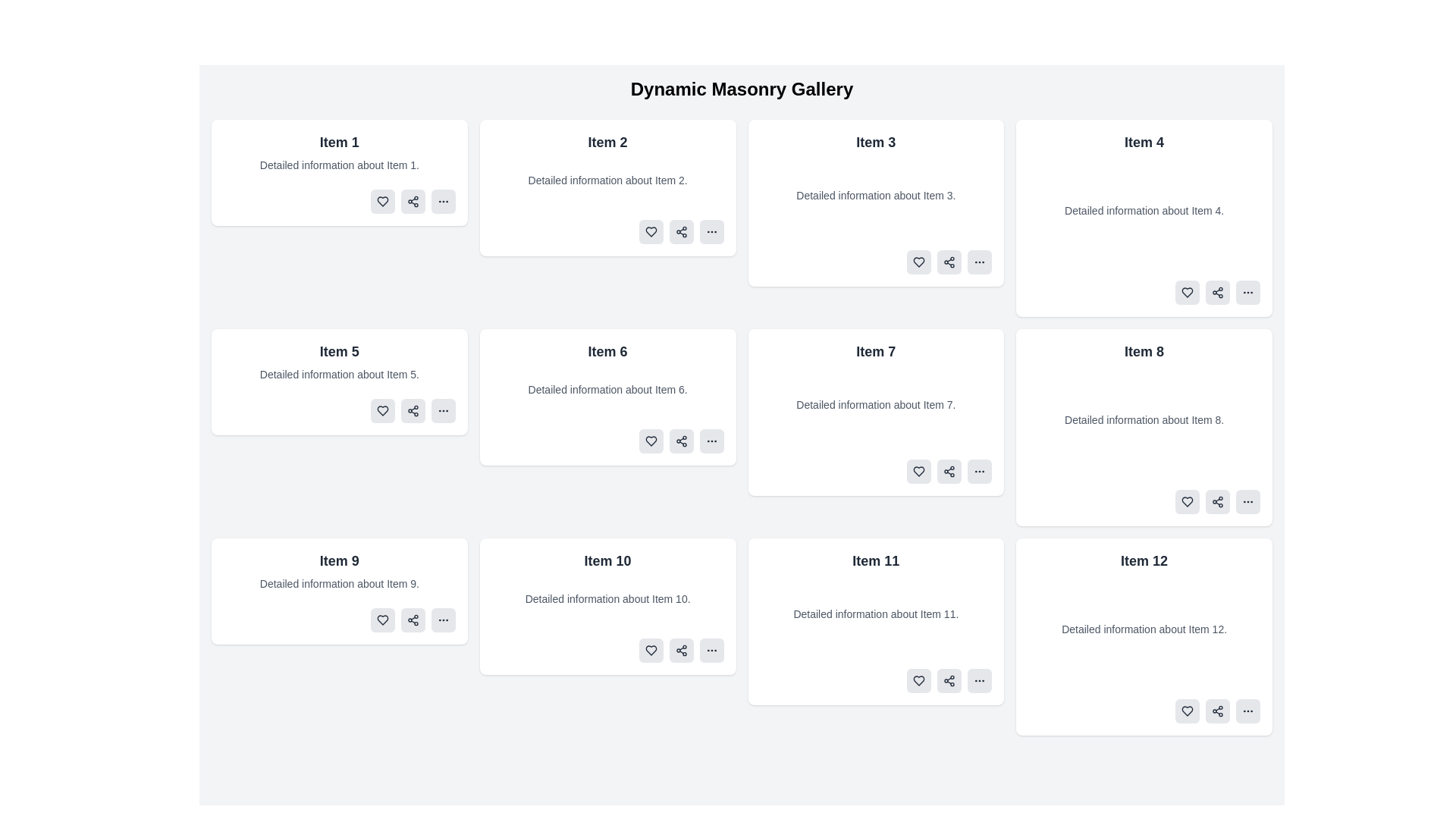  What do you see at coordinates (651, 231) in the screenshot?
I see `the 'like' button located in the bottom-right corner of the card labeled 'Item 2' in the 'Dynamic Masonry Gallery'` at bounding box center [651, 231].